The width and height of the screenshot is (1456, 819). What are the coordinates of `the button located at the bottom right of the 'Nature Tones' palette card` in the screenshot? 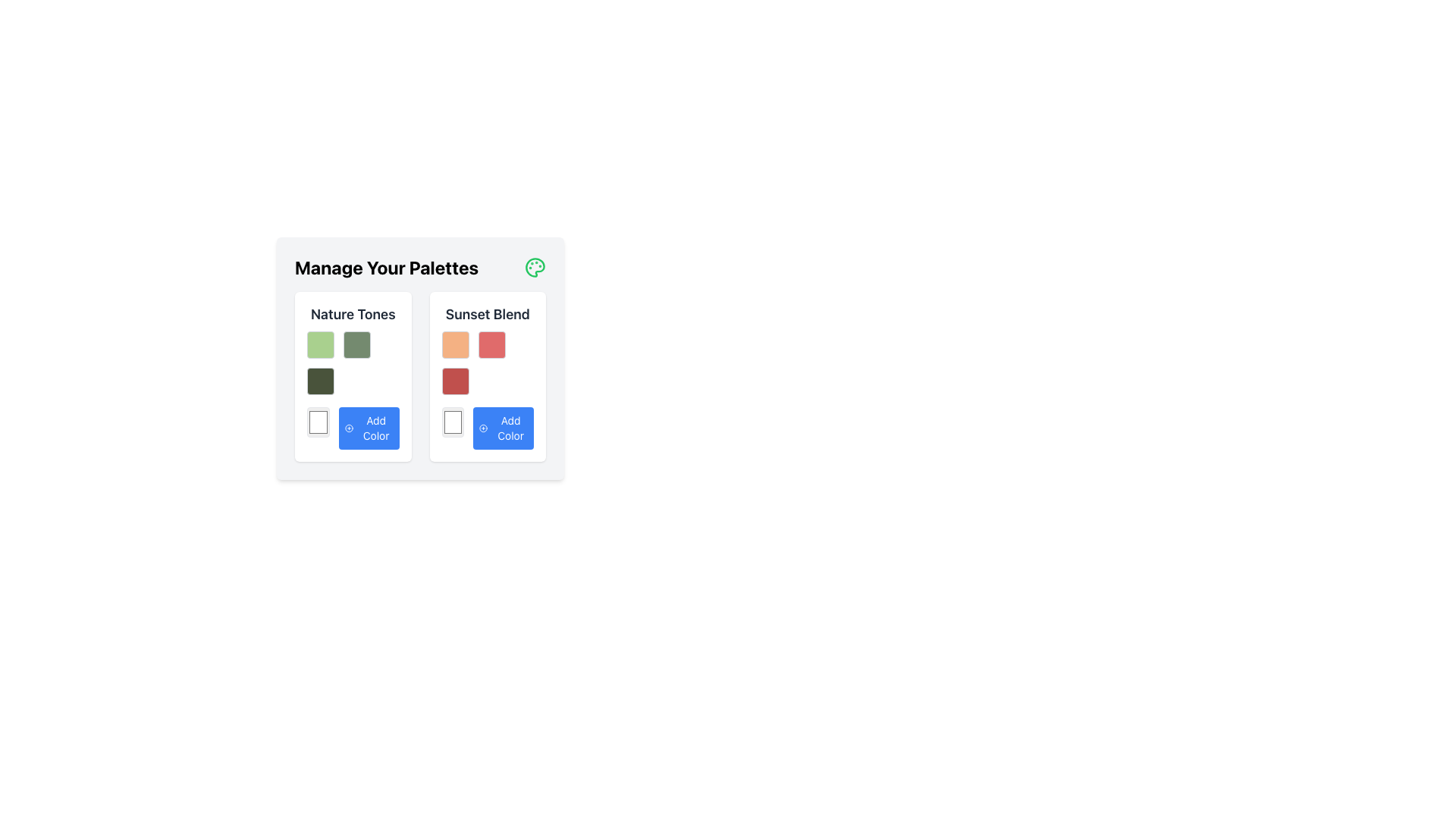 It's located at (352, 428).